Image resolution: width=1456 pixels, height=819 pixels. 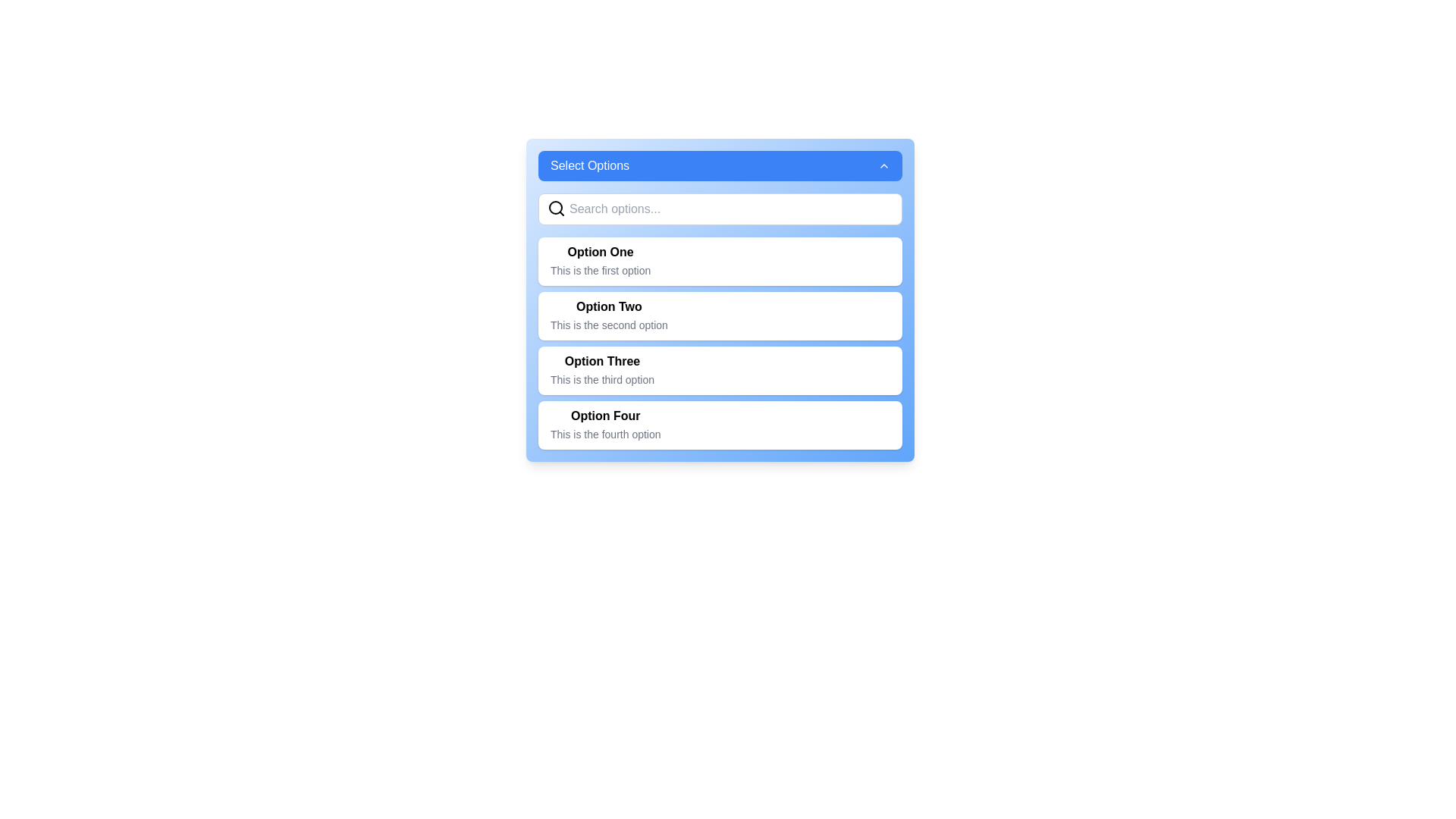 I want to click on the second selectable list item labeled 'Option Two' in the menu located below 'Option One' and above 'Option Three', so click(x=720, y=315).